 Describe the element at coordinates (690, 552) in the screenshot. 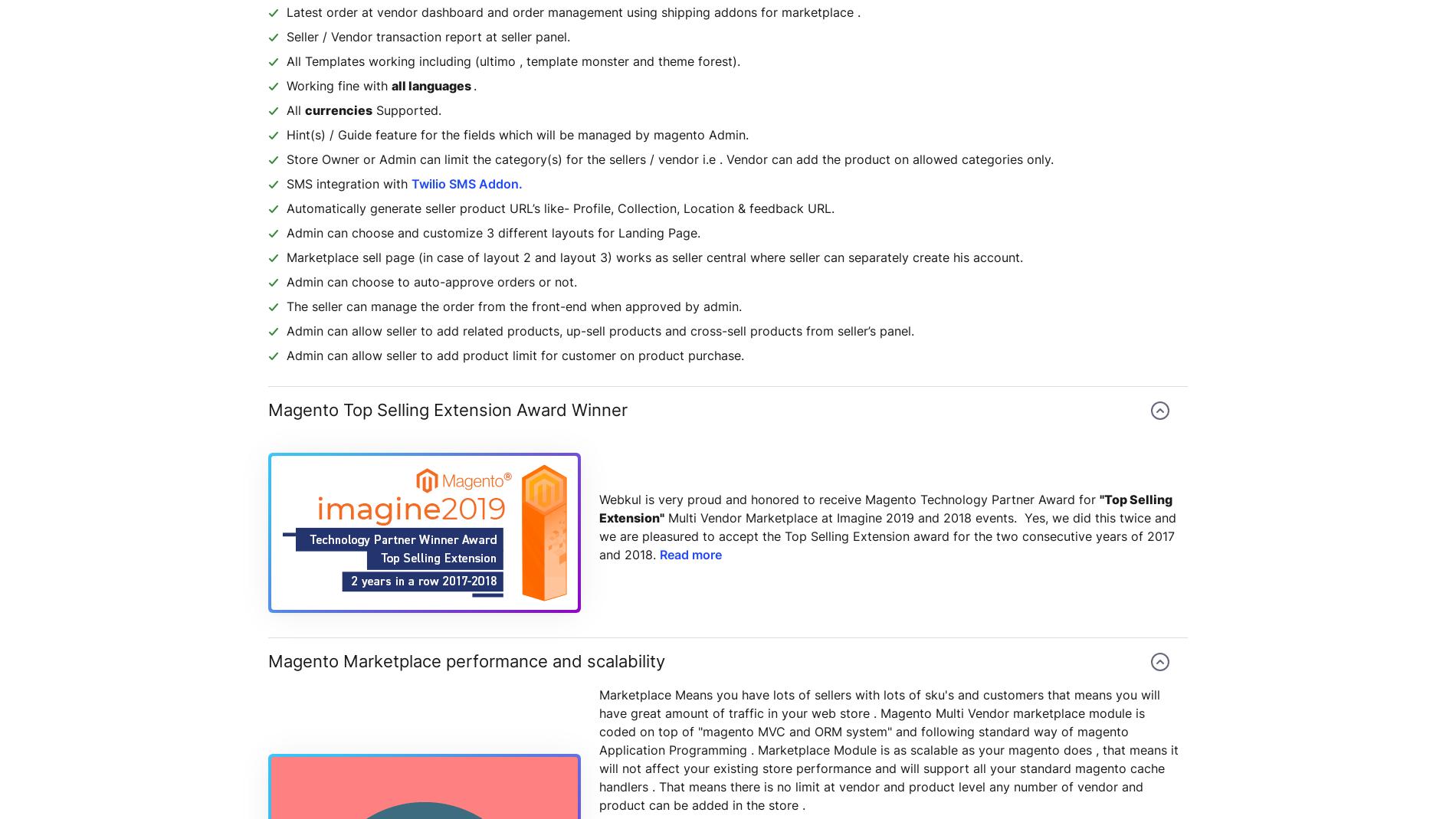

I see `'Read more'` at that location.